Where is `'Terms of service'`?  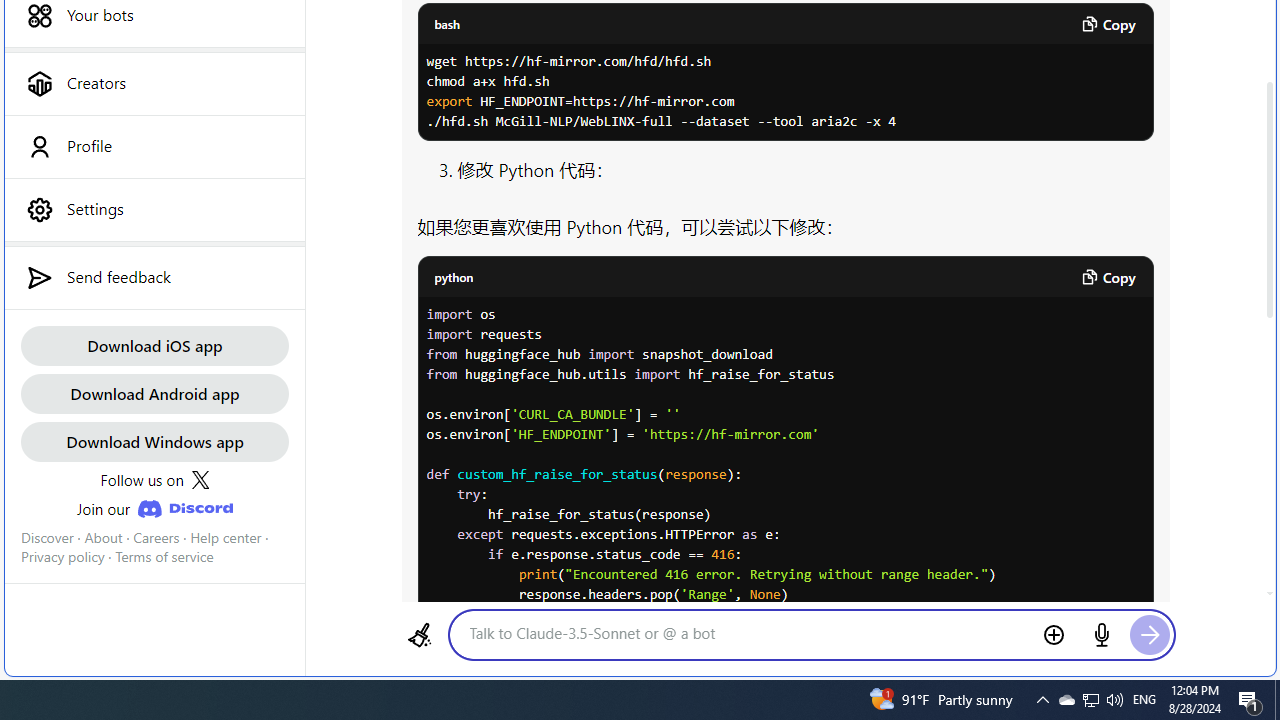
'Terms of service' is located at coordinates (164, 557).